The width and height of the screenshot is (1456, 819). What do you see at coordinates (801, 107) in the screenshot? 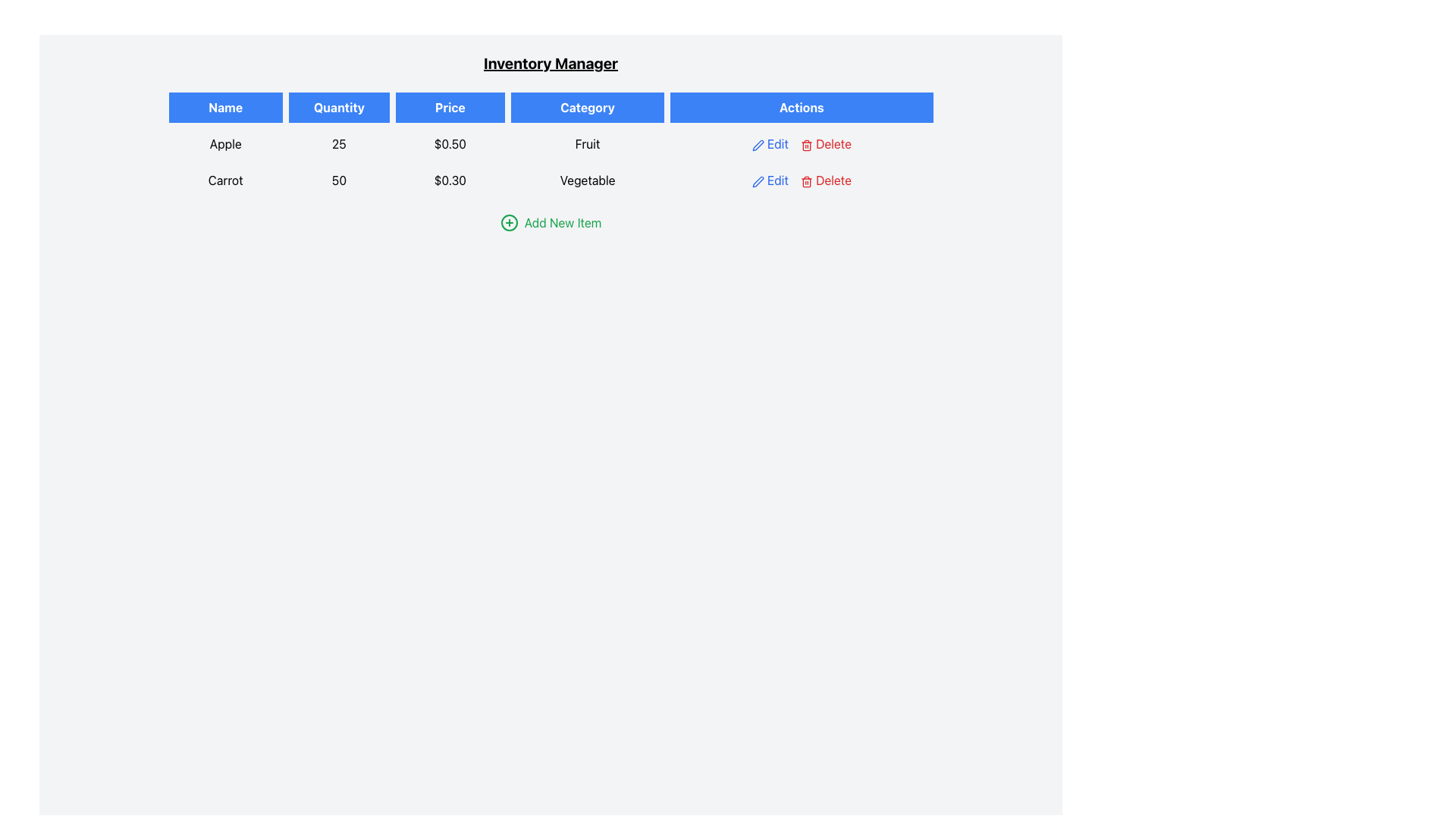
I see `the 'Actions' column header in the table, which indicates interactive elements for editing or deleting entries` at bounding box center [801, 107].